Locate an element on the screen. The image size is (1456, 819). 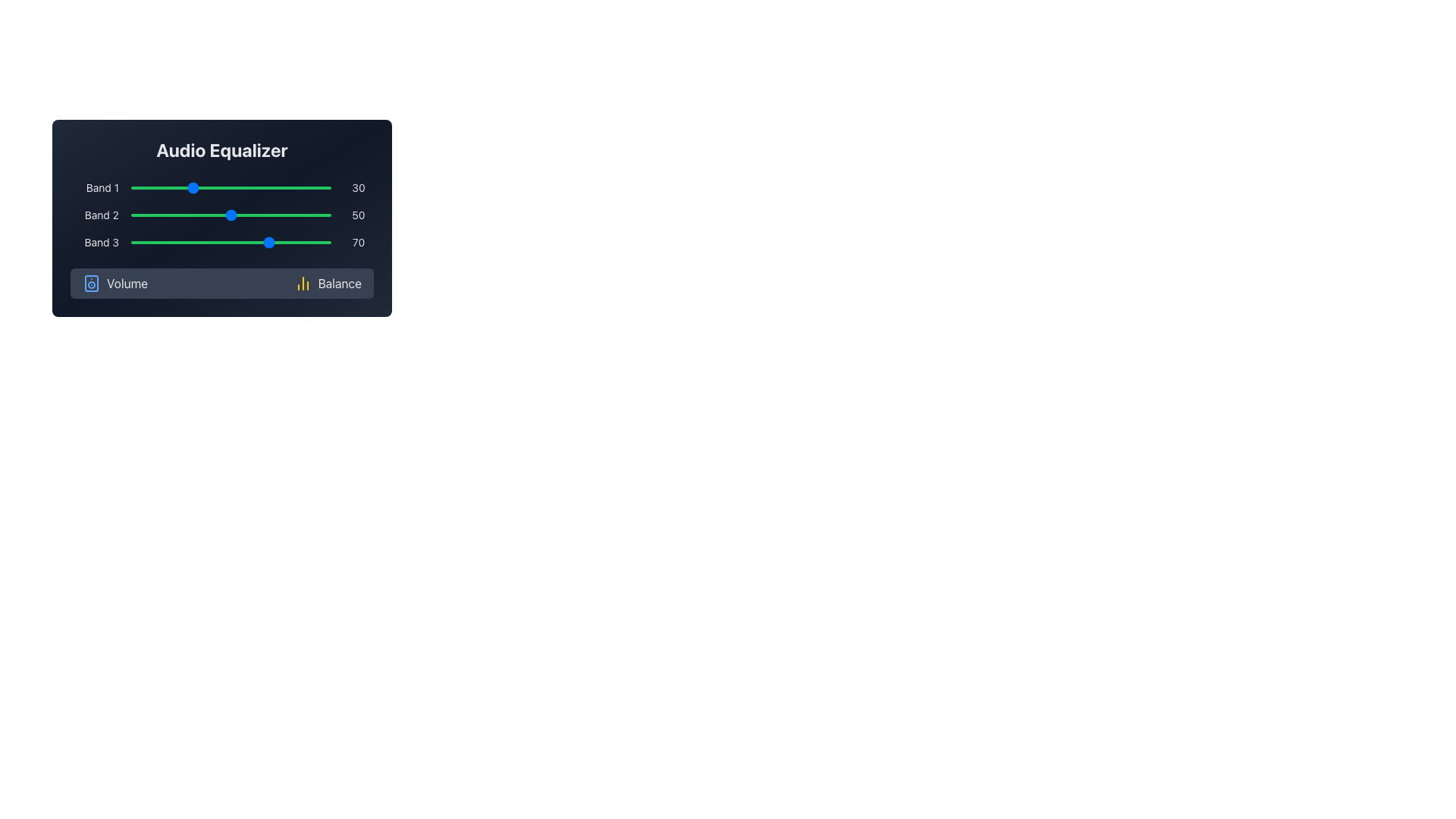
text label indicating balance settings in the audio equalizer, located to the right of the 'Volume' label and a yellow histogram-like icon is located at coordinates (339, 284).